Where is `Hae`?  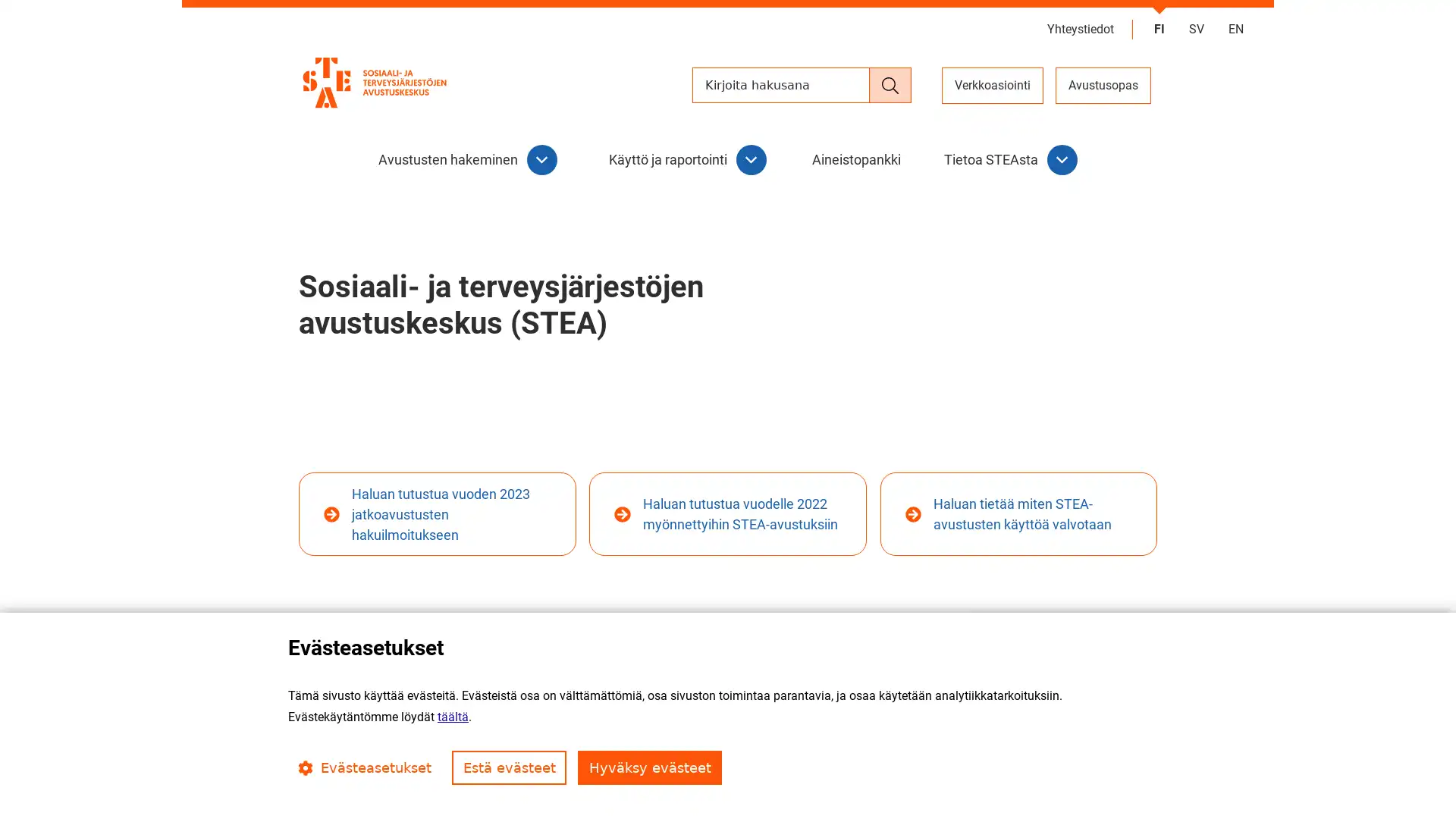 Hae is located at coordinates (890, 85).